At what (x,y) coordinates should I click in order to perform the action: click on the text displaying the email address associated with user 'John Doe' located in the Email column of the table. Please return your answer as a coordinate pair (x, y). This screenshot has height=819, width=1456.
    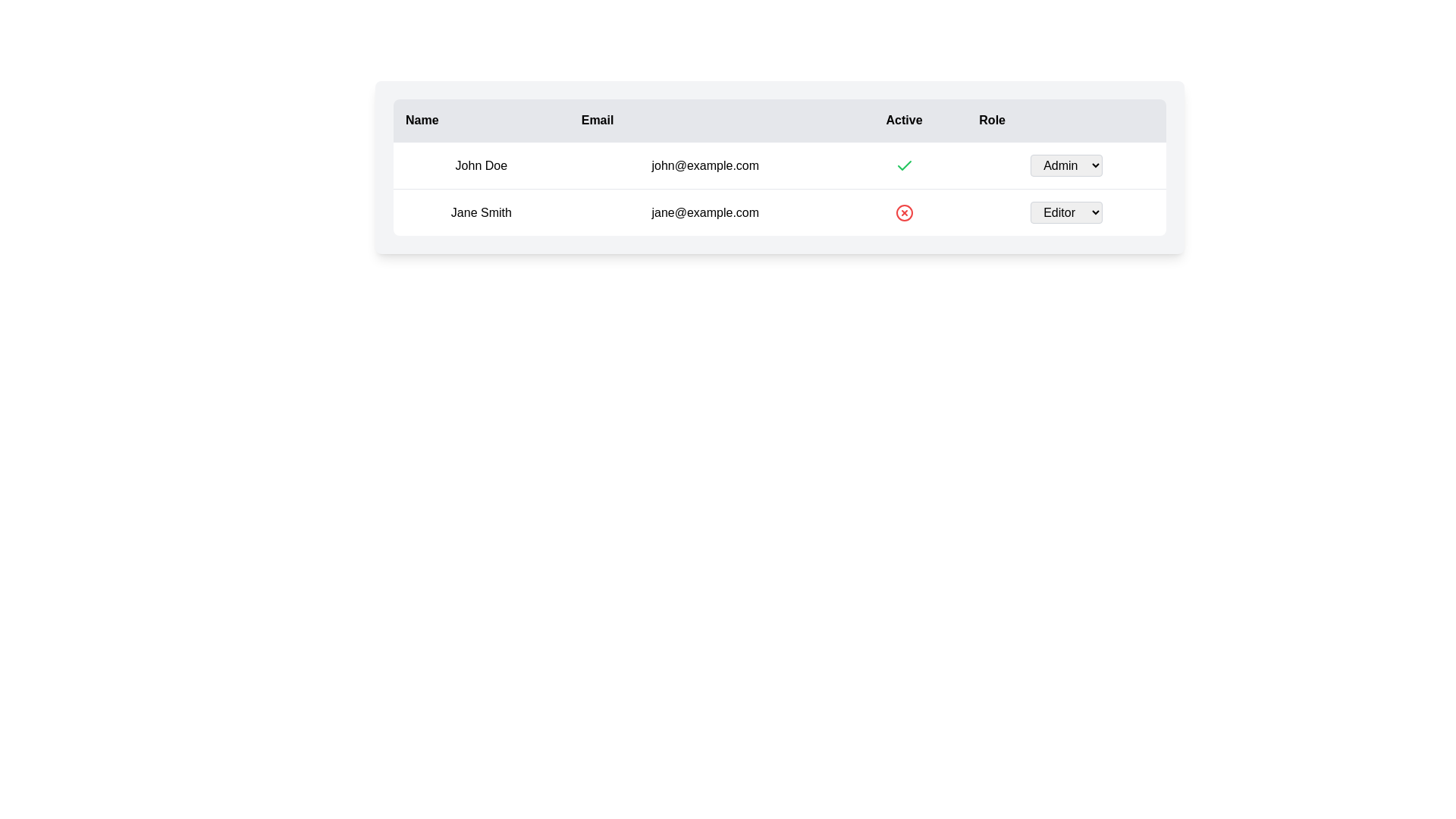
    Looking at the image, I should click on (704, 165).